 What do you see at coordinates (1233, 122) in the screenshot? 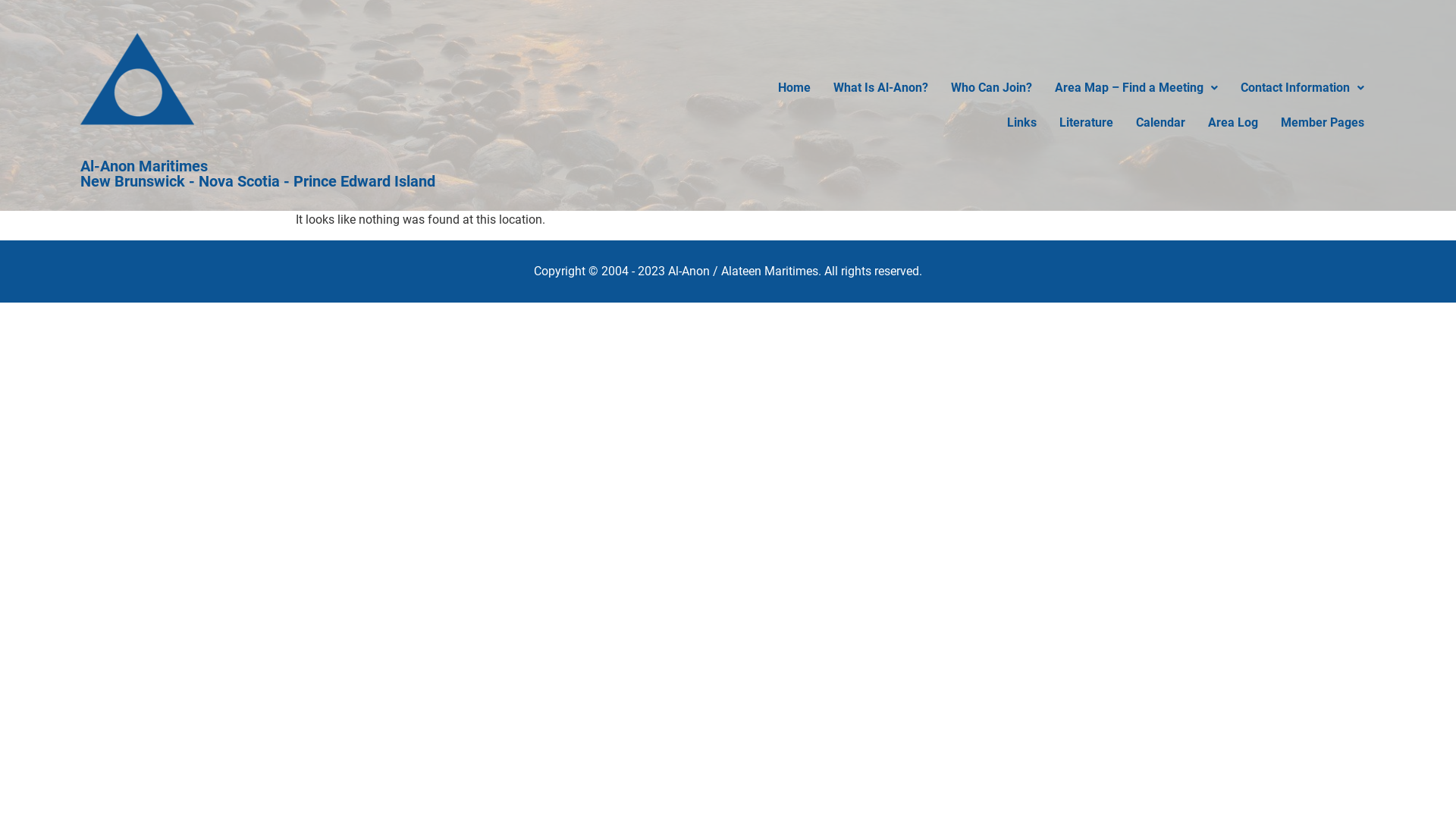
I see `'Area Log'` at bounding box center [1233, 122].